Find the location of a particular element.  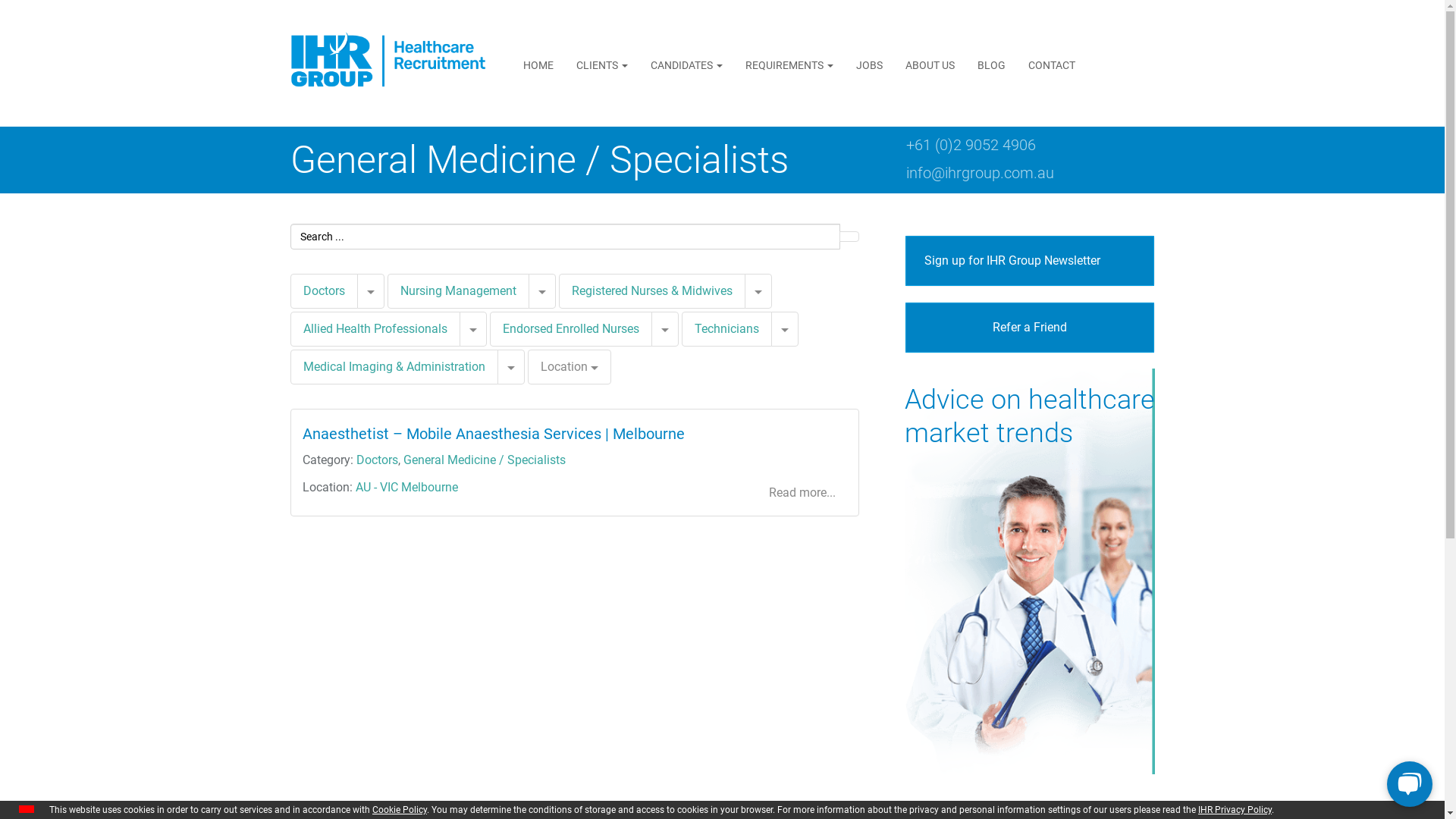

'+61 (0)2 9052 4906' is located at coordinates (969, 145).